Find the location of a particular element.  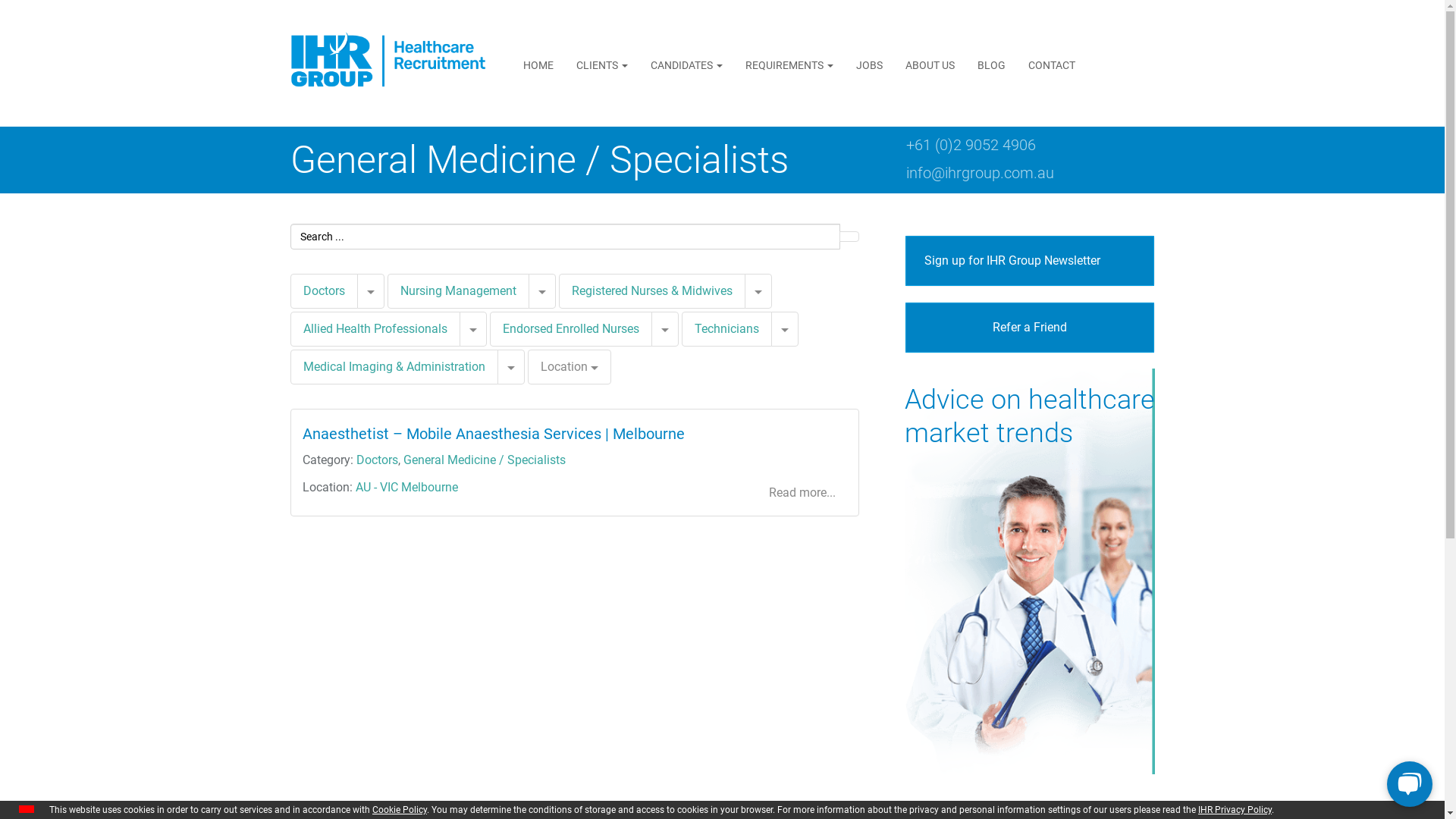

'+61 (0)2 9052 4906' is located at coordinates (969, 145).